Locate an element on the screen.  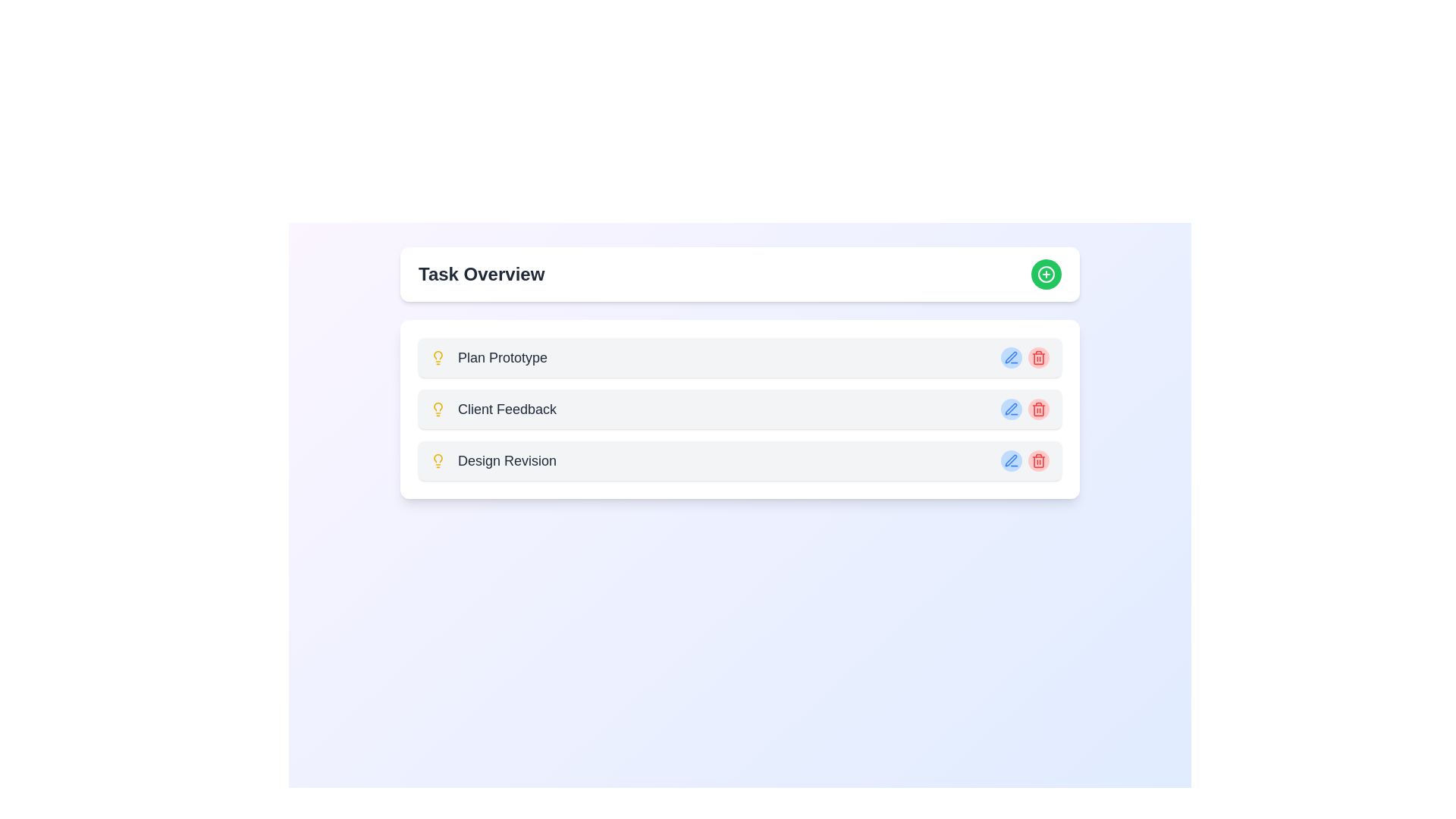
the label text that identifies the first task item in the 'Task Overview' list, which is aligned to the left and has an icon to its immediate left is located at coordinates (502, 357).